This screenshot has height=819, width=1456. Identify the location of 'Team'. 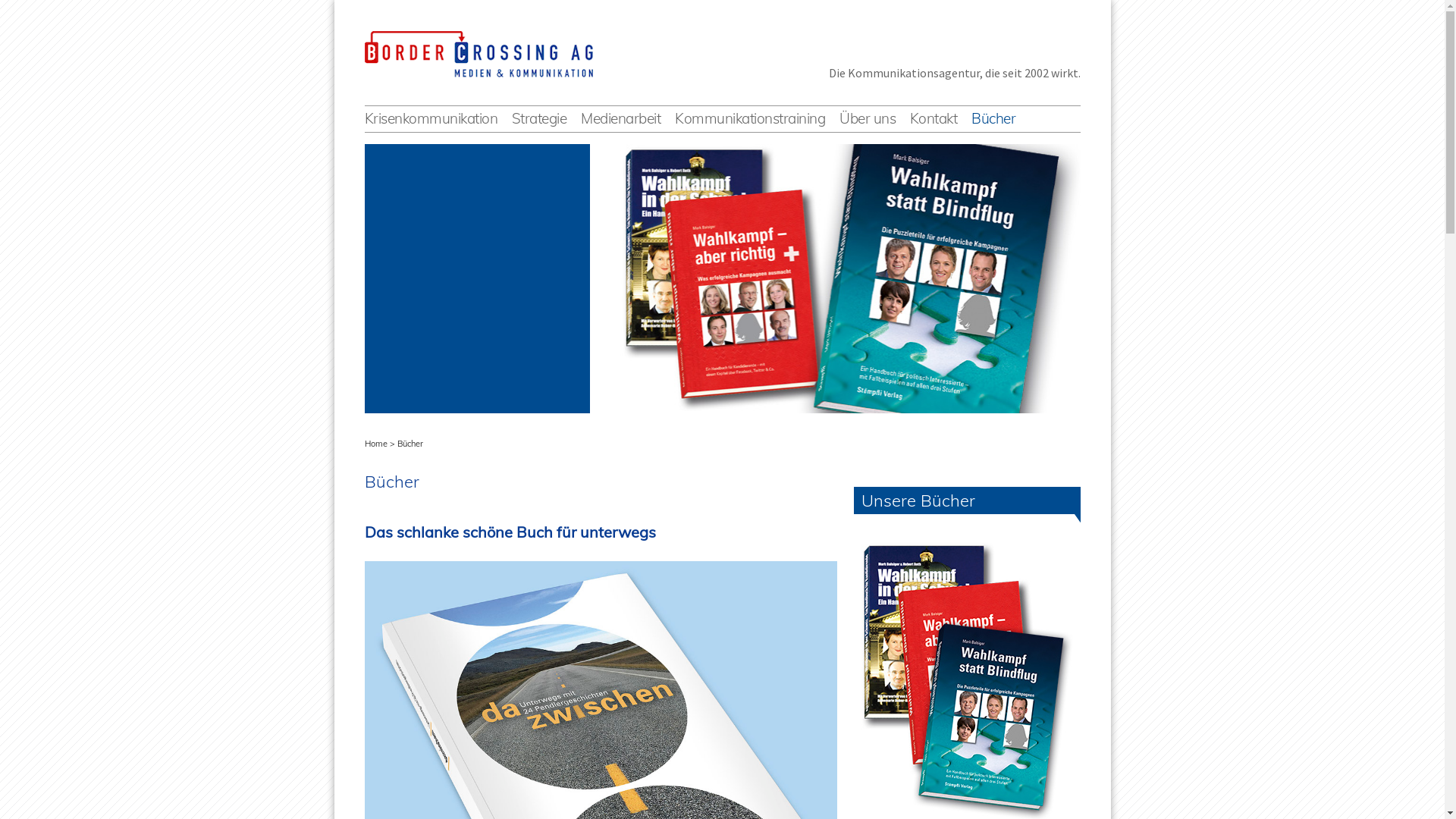
(914, 132).